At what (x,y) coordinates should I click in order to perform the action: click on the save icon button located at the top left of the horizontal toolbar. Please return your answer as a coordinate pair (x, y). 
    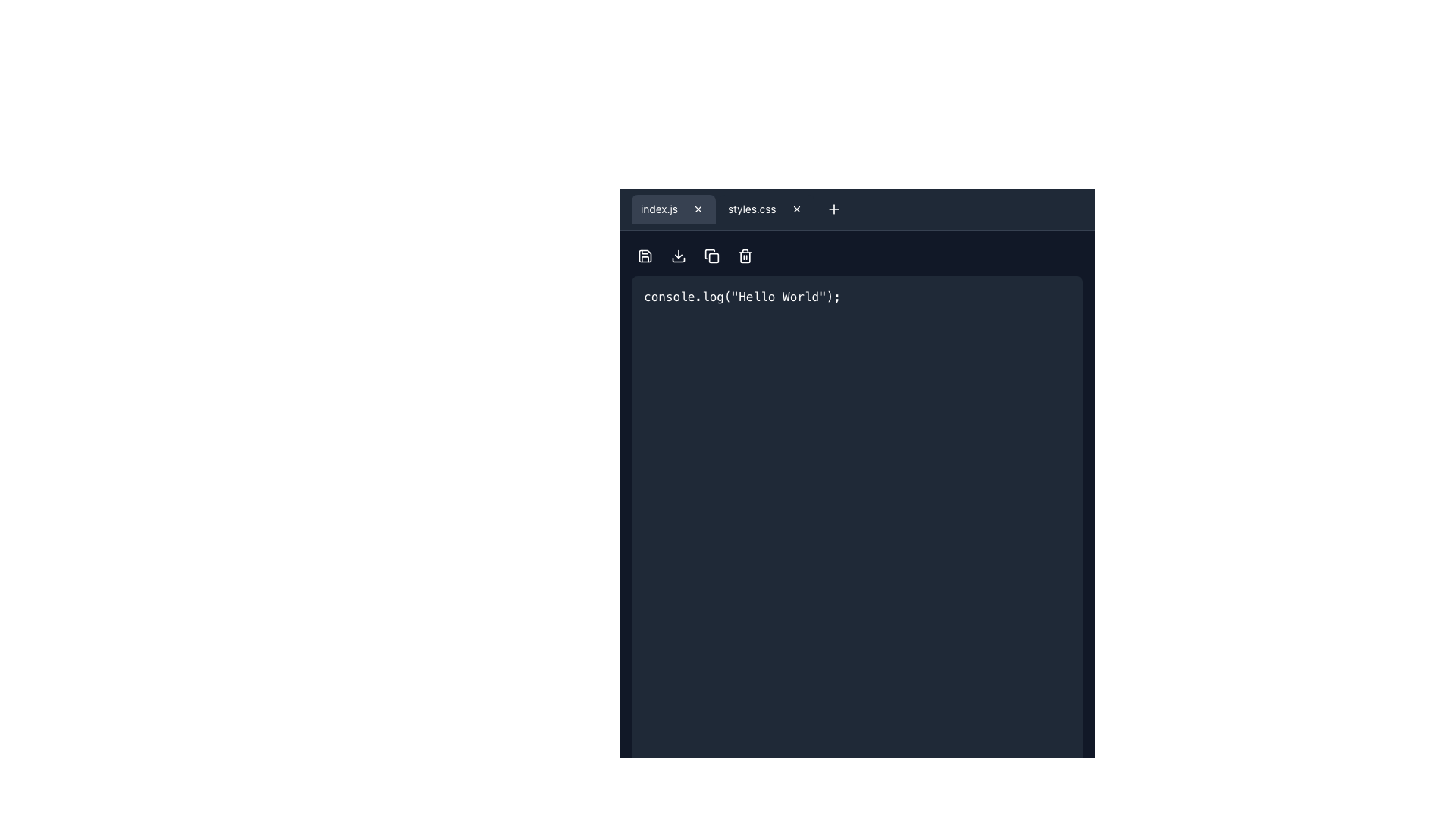
    Looking at the image, I should click on (645, 256).